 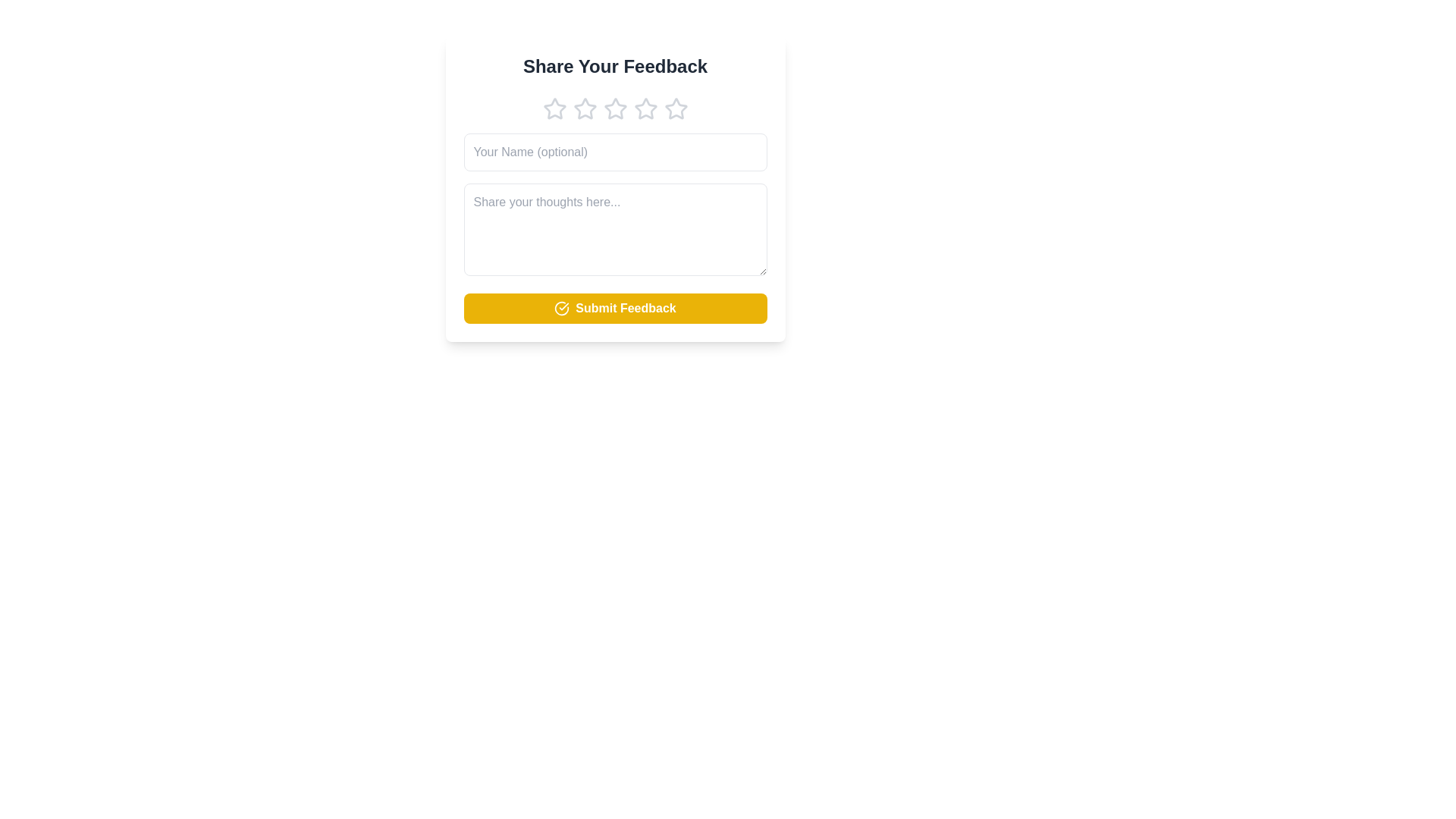 I want to click on the decorative arc element within the Submit Feedback button's SVG icon, which has a stroke appearance and is part of the larger circular icon, so click(x=561, y=308).